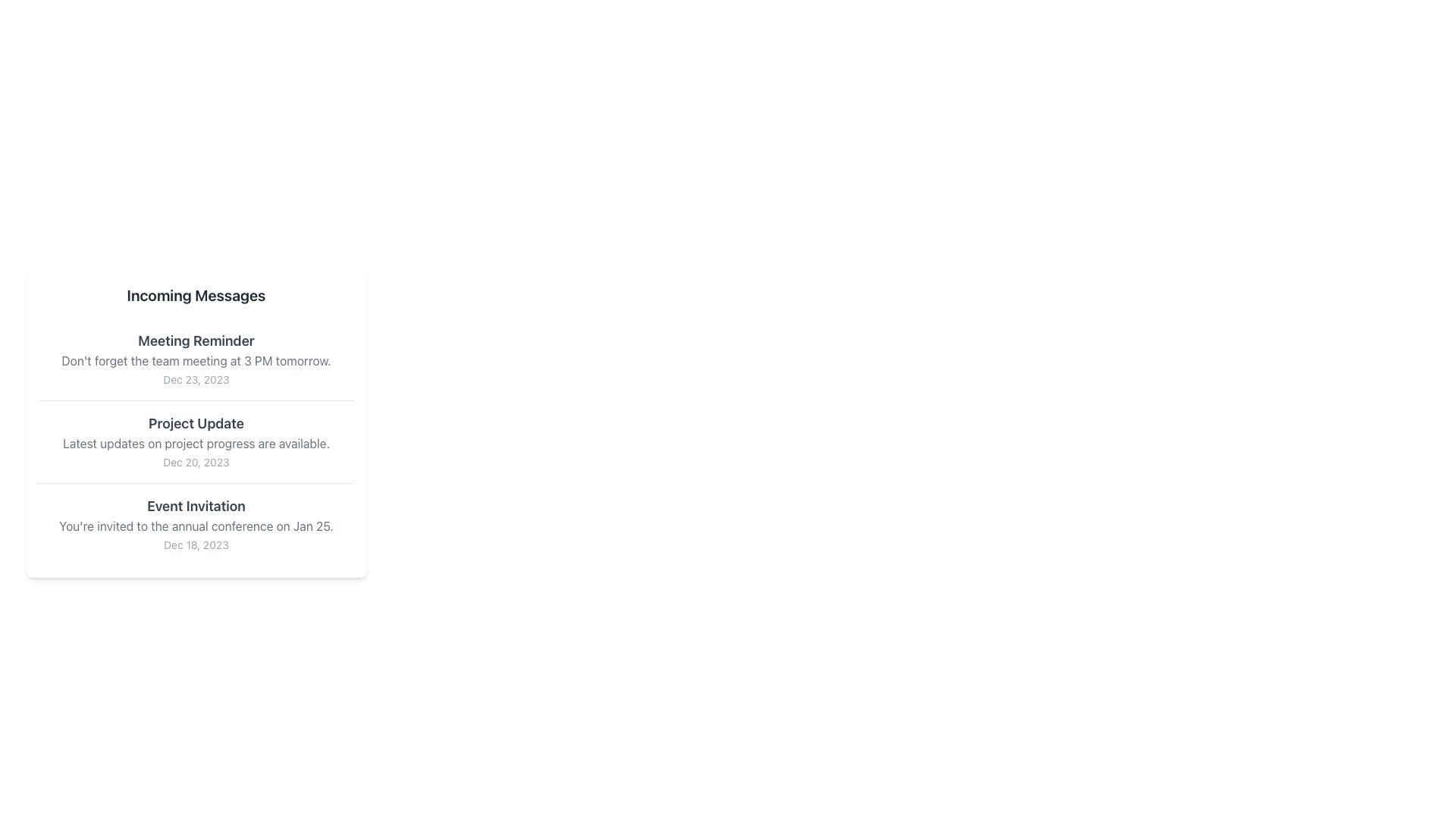  What do you see at coordinates (196, 444) in the screenshot?
I see `informational text that provides a summary update on project progress, located as the second line of content within the 'Project Update' panel` at bounding box center [196, 444].